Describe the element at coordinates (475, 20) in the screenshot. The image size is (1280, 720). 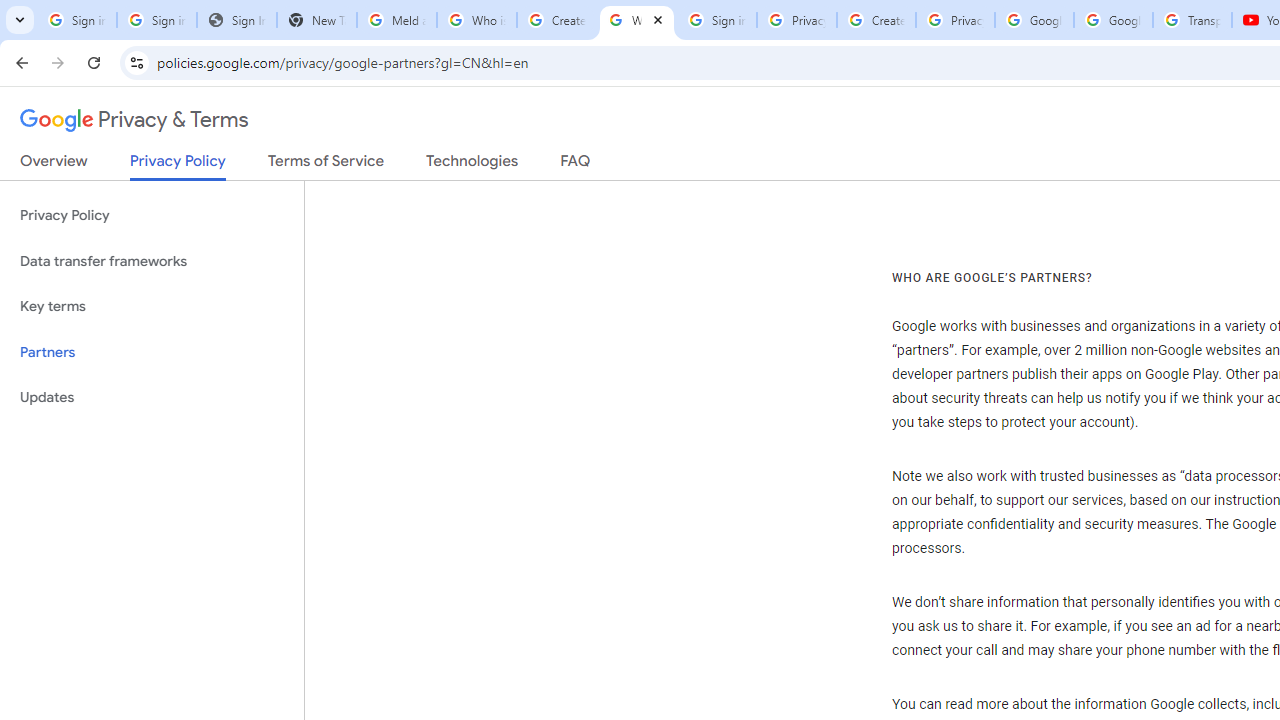
I see `'Who is my administrator? - Google Account Help'` at that location.